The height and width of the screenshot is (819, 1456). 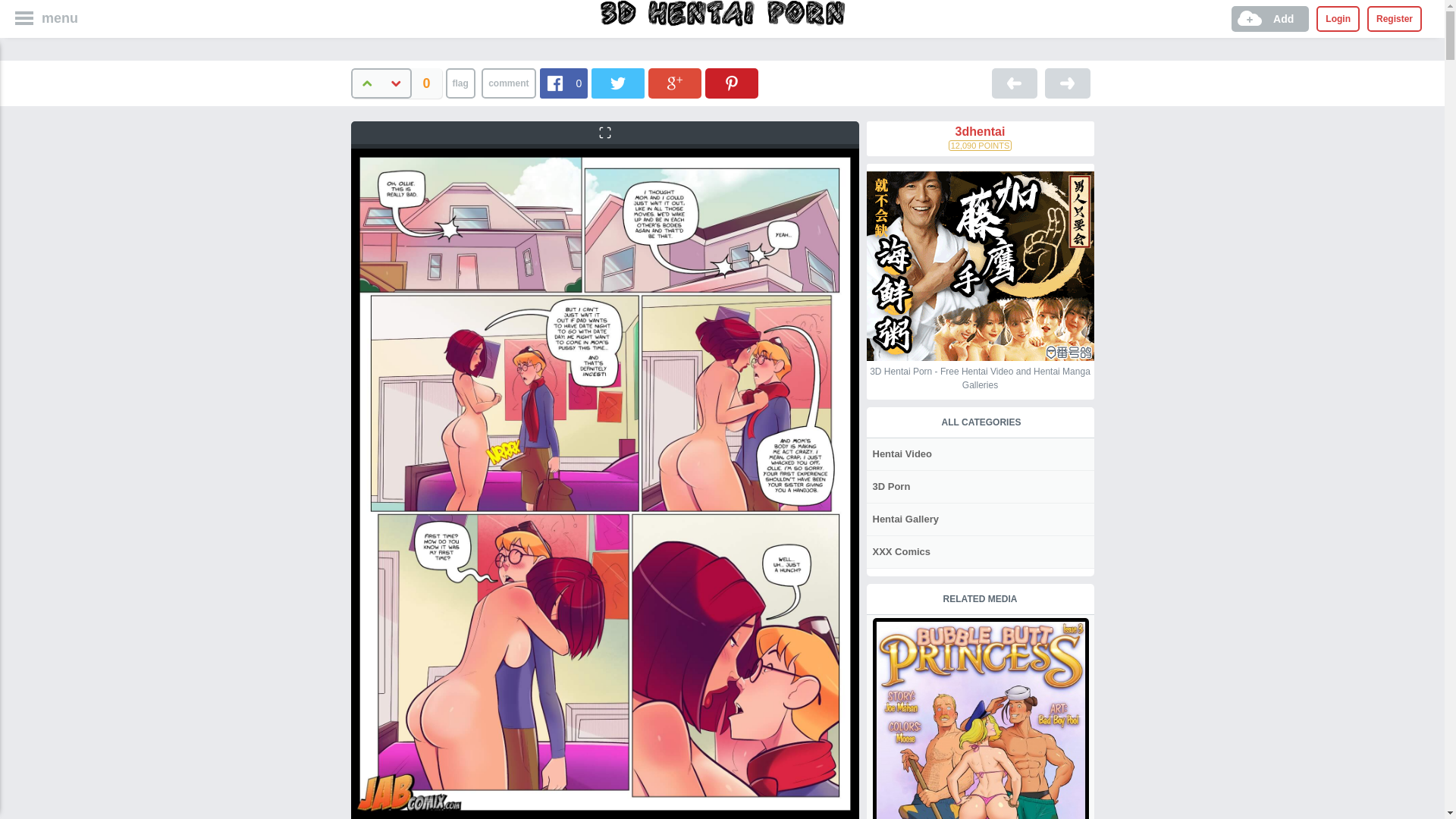 I want to click on 'Share on Google Plus', so click(x=673, y=83).